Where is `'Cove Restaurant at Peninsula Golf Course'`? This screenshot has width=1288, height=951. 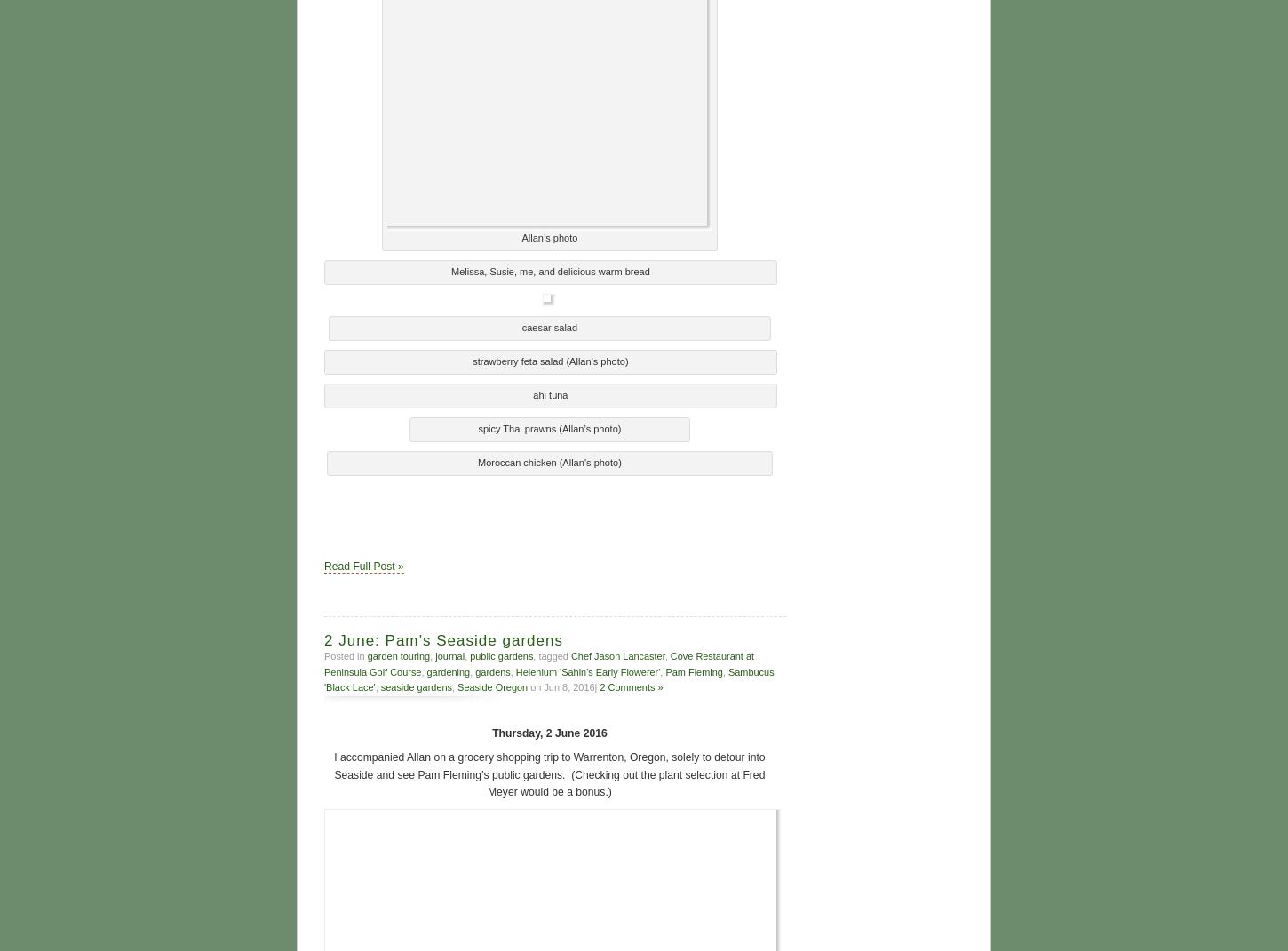 'Cove Restaurant at Peninsula Golf Course' is located at coordinates (537, 662).